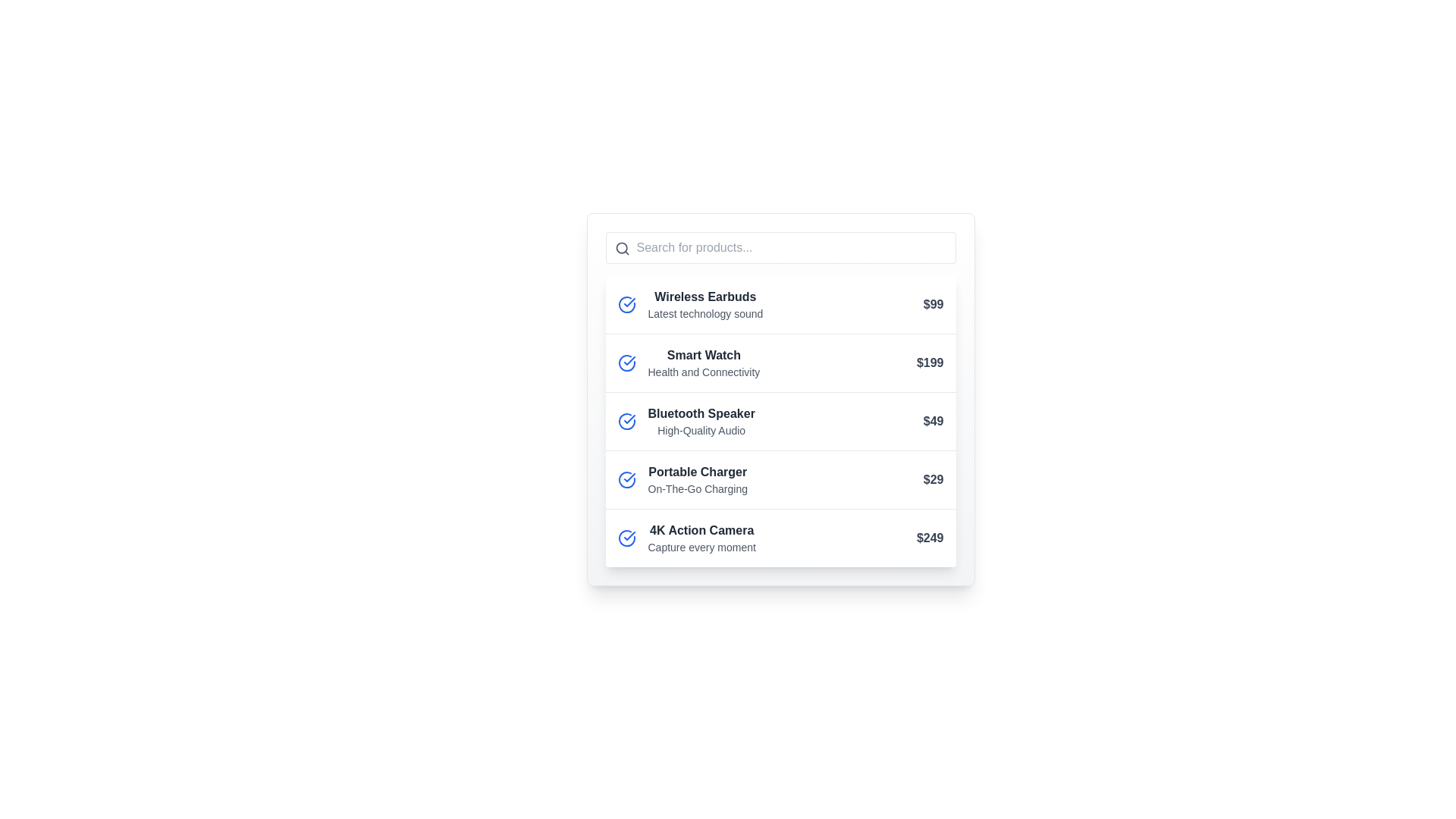 The height and width of the screenshot is (819, 1456). I want to click on the magnifying glass icon, which includes the inner circle graphical element, so click(621, 247).